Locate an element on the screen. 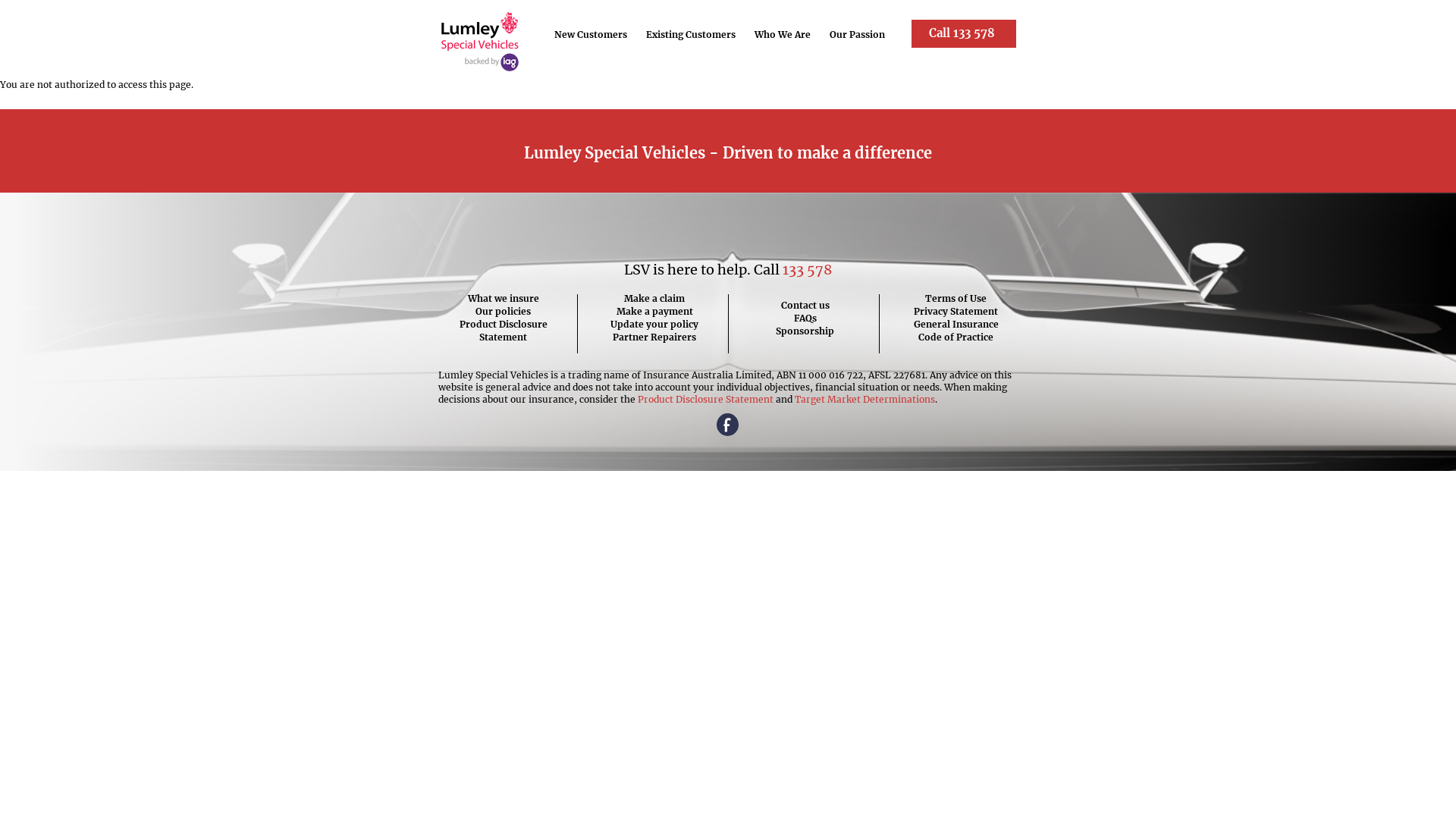  'Facebook' is located at coordinates (728, 425).